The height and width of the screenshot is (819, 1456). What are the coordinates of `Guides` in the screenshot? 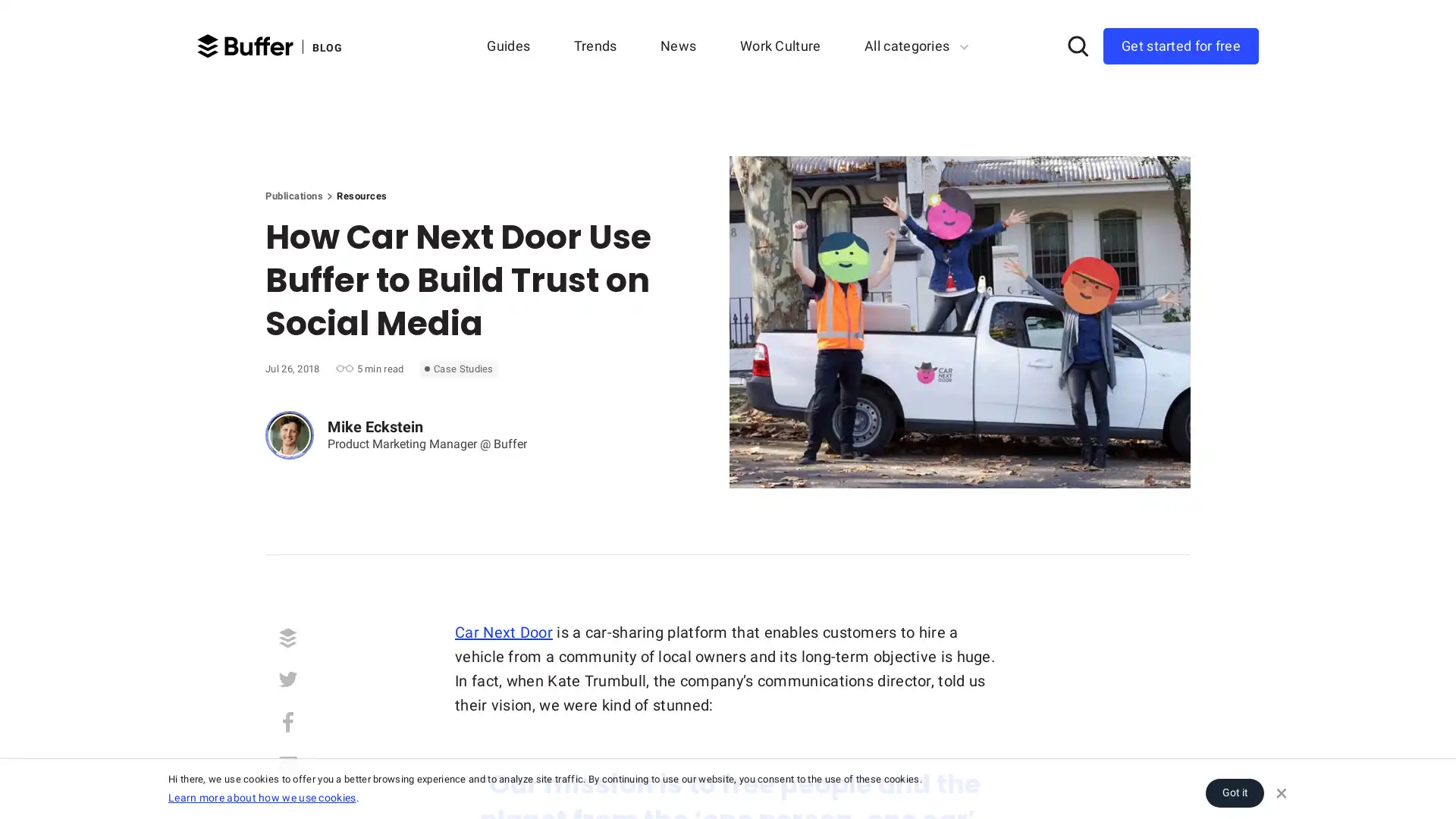 It's located at (508, 45).